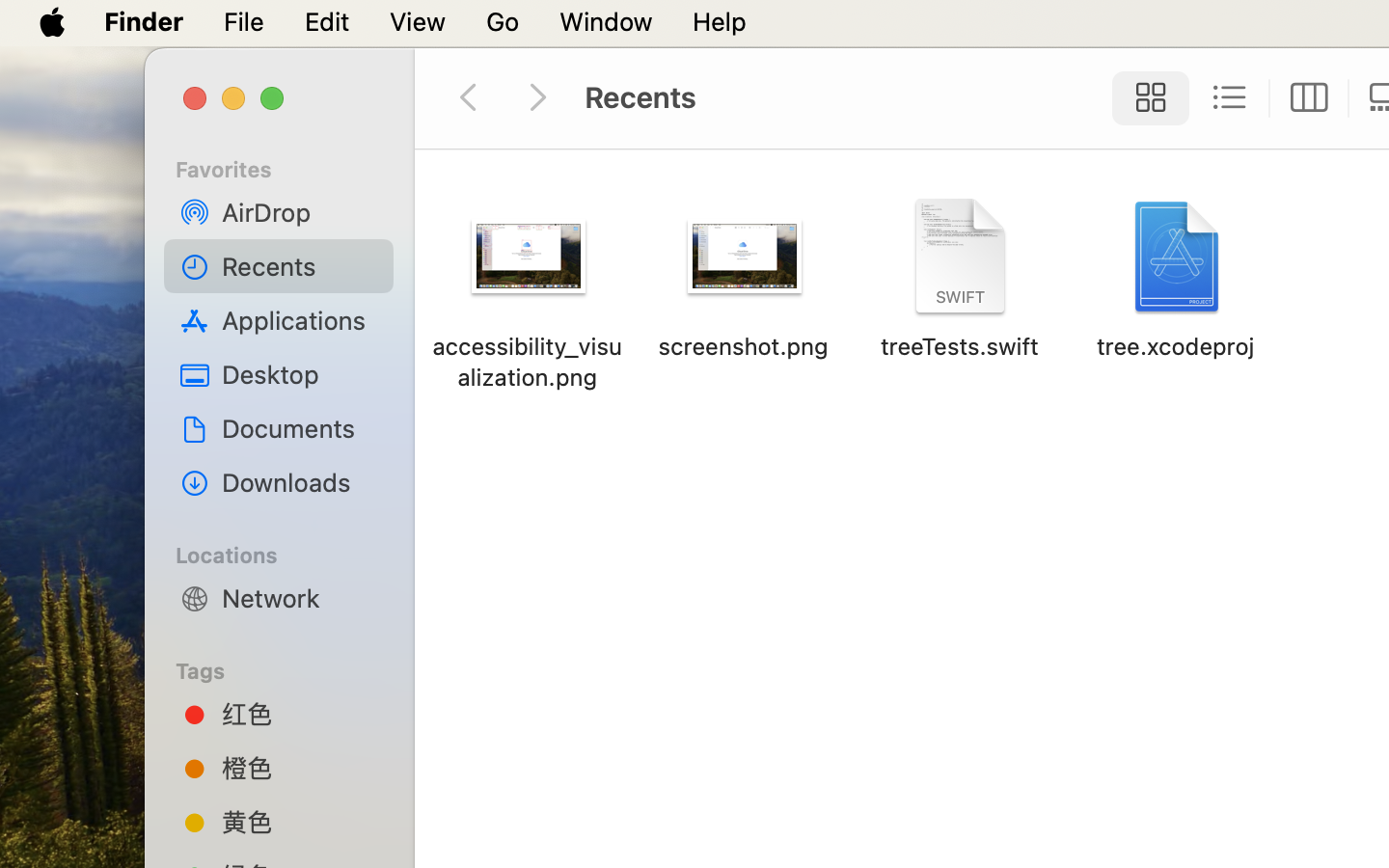 The width and height of the screenshot is (1389, 868). I want to click on 'Applications', so click(300, 319).